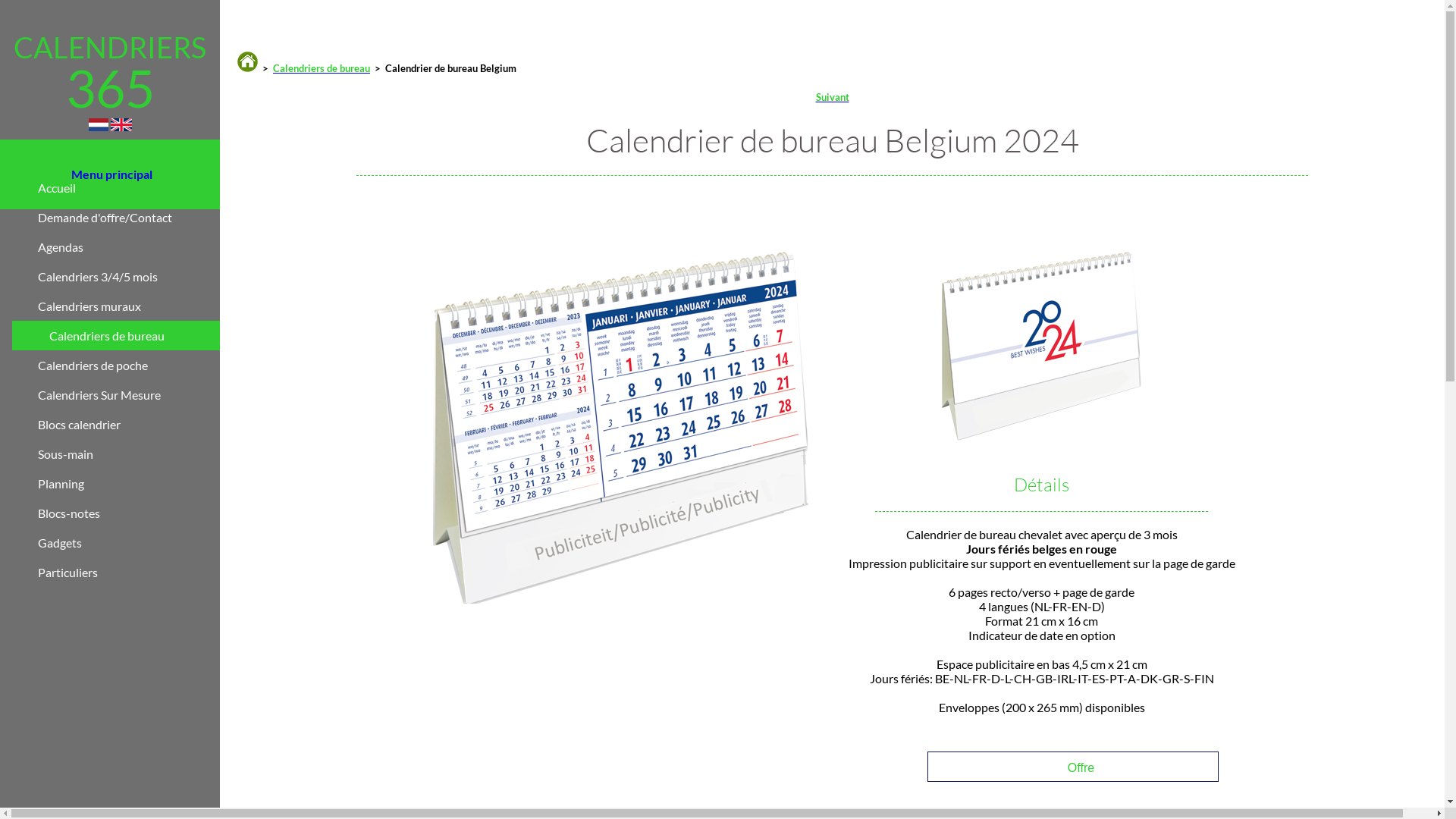  Describe the element at coordinates (128, 483) in the screenshot. I see `'Planning'` at that location.